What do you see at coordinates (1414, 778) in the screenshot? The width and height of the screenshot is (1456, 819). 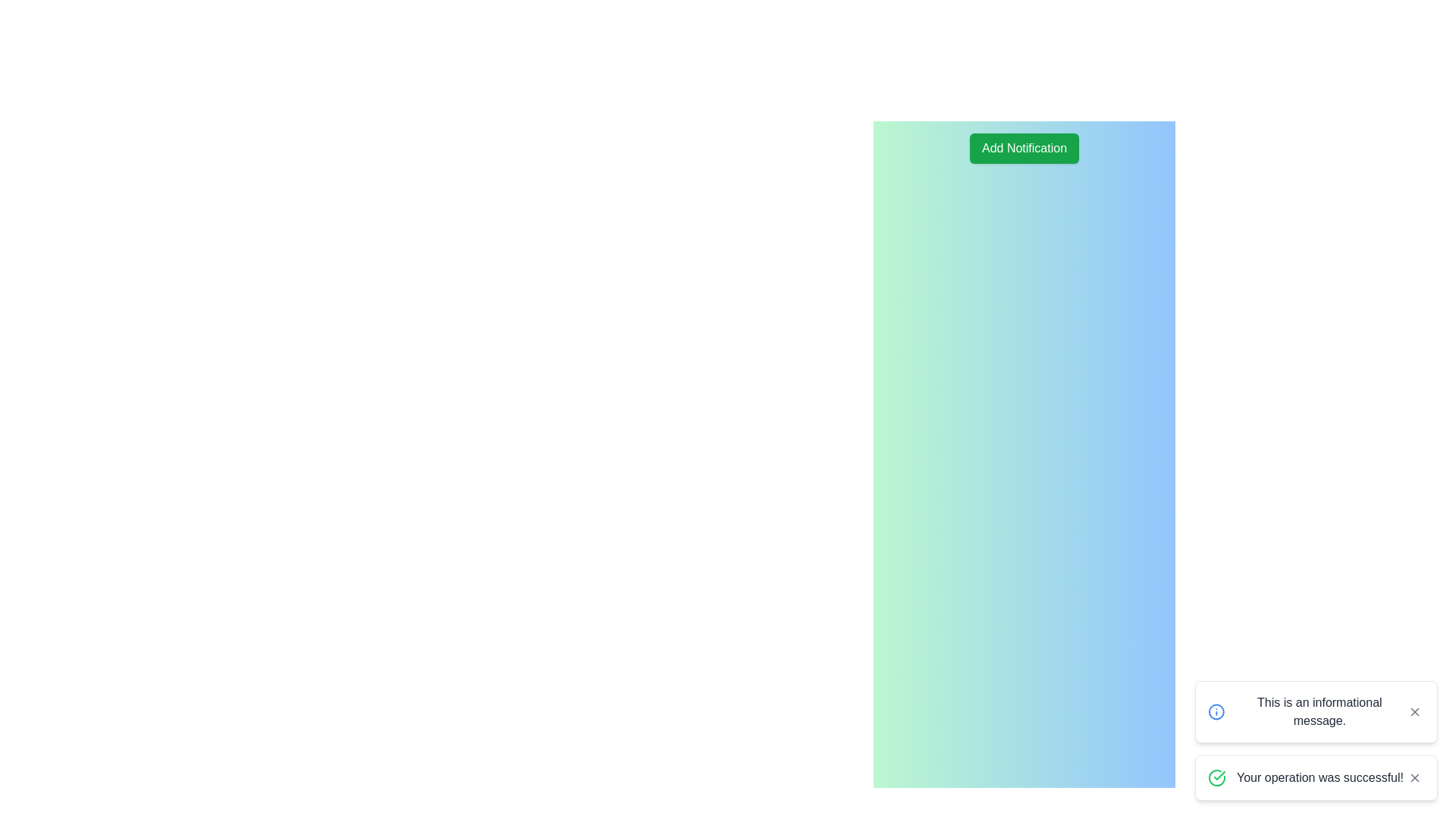 I see `the close button located in the bottom right notification panel, adjacent to the message 'Your operation was successful!'` at bounding box center [1414, 778].